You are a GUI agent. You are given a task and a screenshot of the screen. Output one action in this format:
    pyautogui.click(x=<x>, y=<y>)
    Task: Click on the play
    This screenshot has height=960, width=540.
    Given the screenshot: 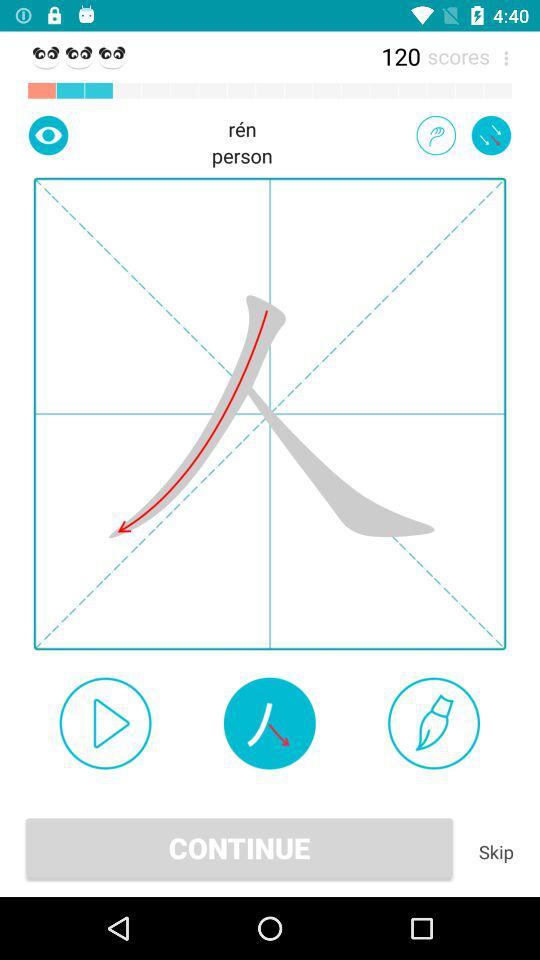 What is the action you would take?
    pyautogui.click(x=105, y=722)
    